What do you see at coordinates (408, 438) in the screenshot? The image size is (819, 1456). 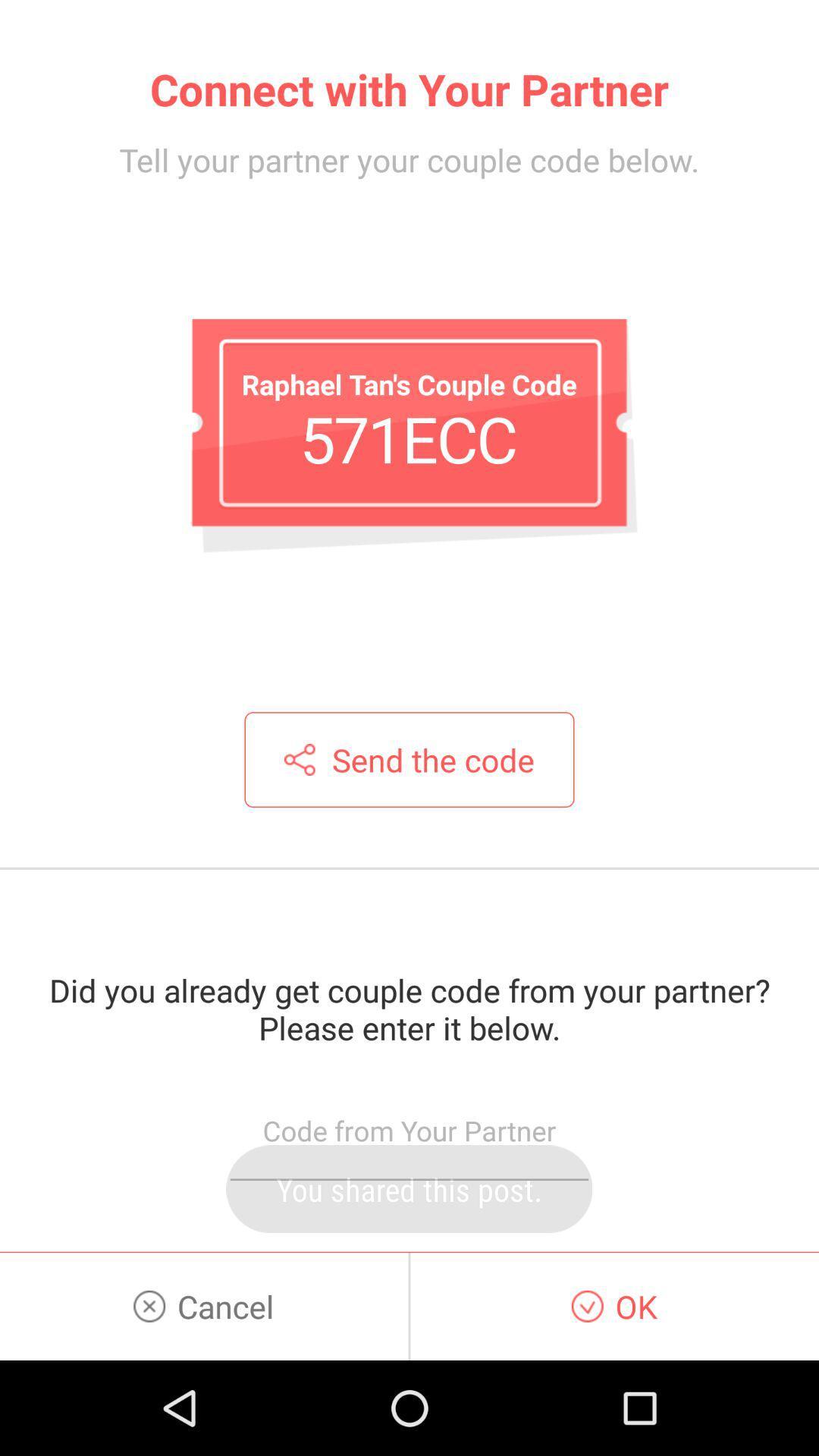 I see `item above the send the code item` at bounding box center [408, 438].